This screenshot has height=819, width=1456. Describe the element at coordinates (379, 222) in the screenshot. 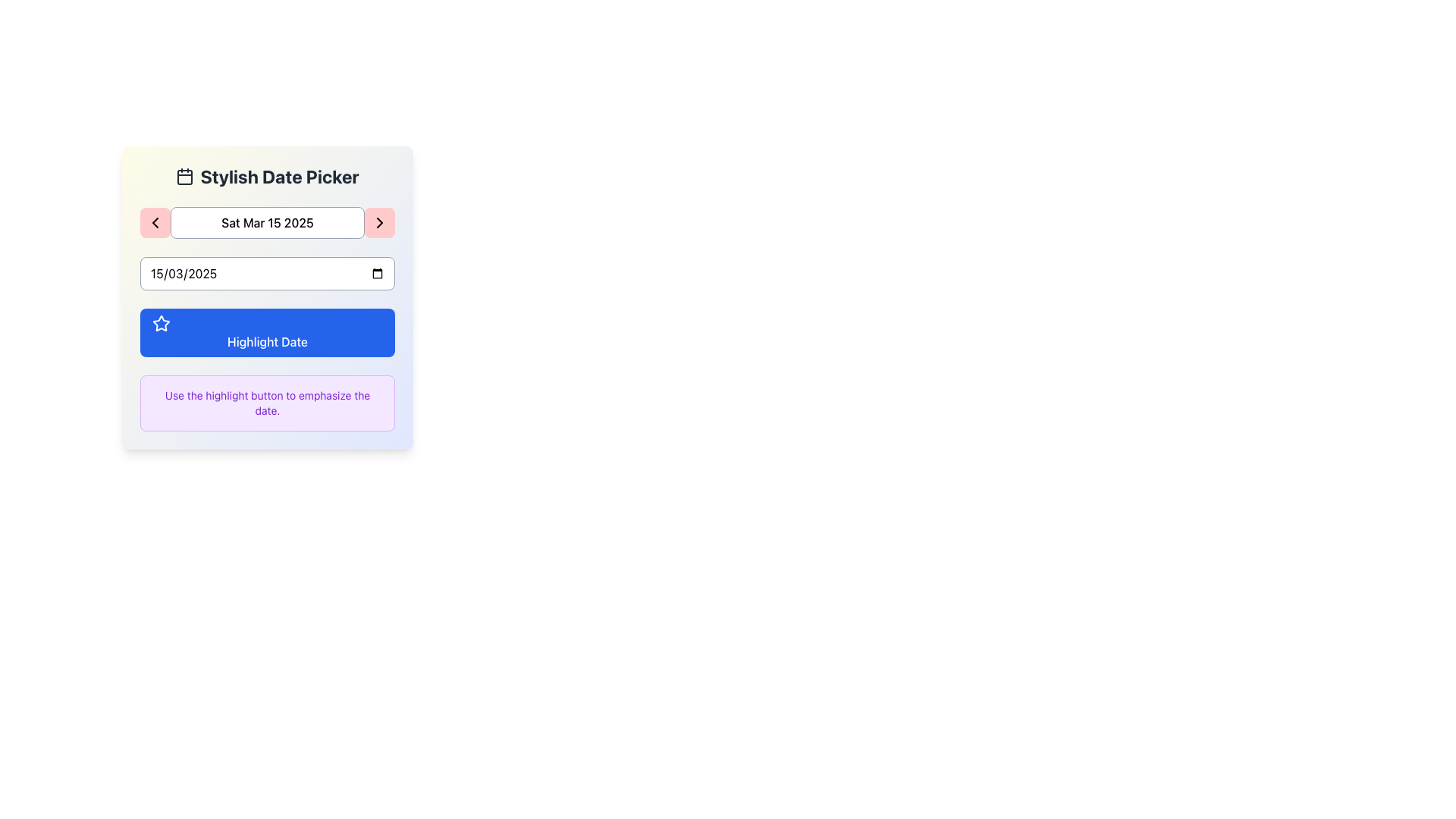

I see `the icon within the pink button to advance the date shown in the adjacent field to the next date` at that location.